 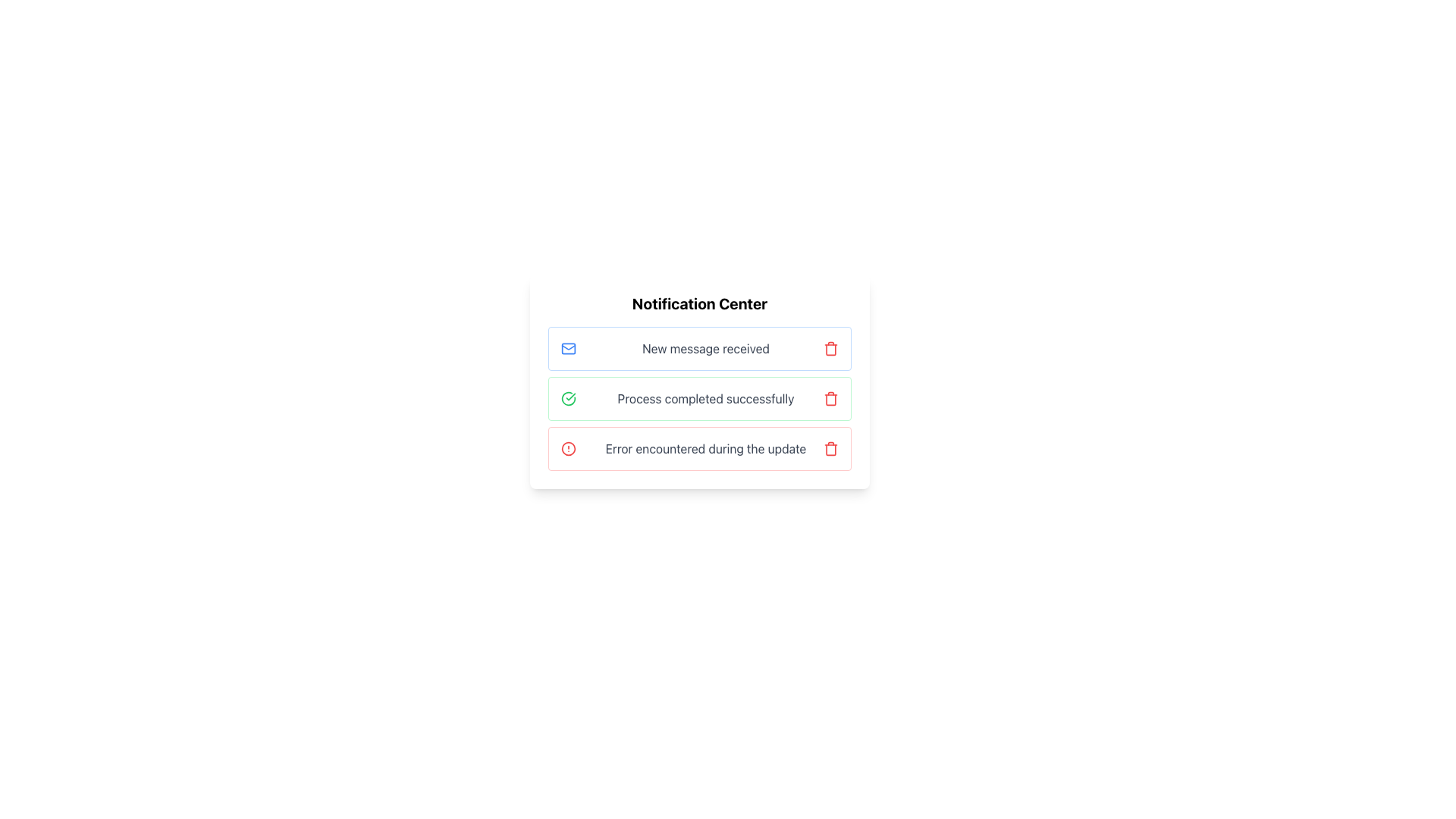 I want to click on the static text label that displays the notification message indicating the successful completion of a process, so click(x=705, y=397).